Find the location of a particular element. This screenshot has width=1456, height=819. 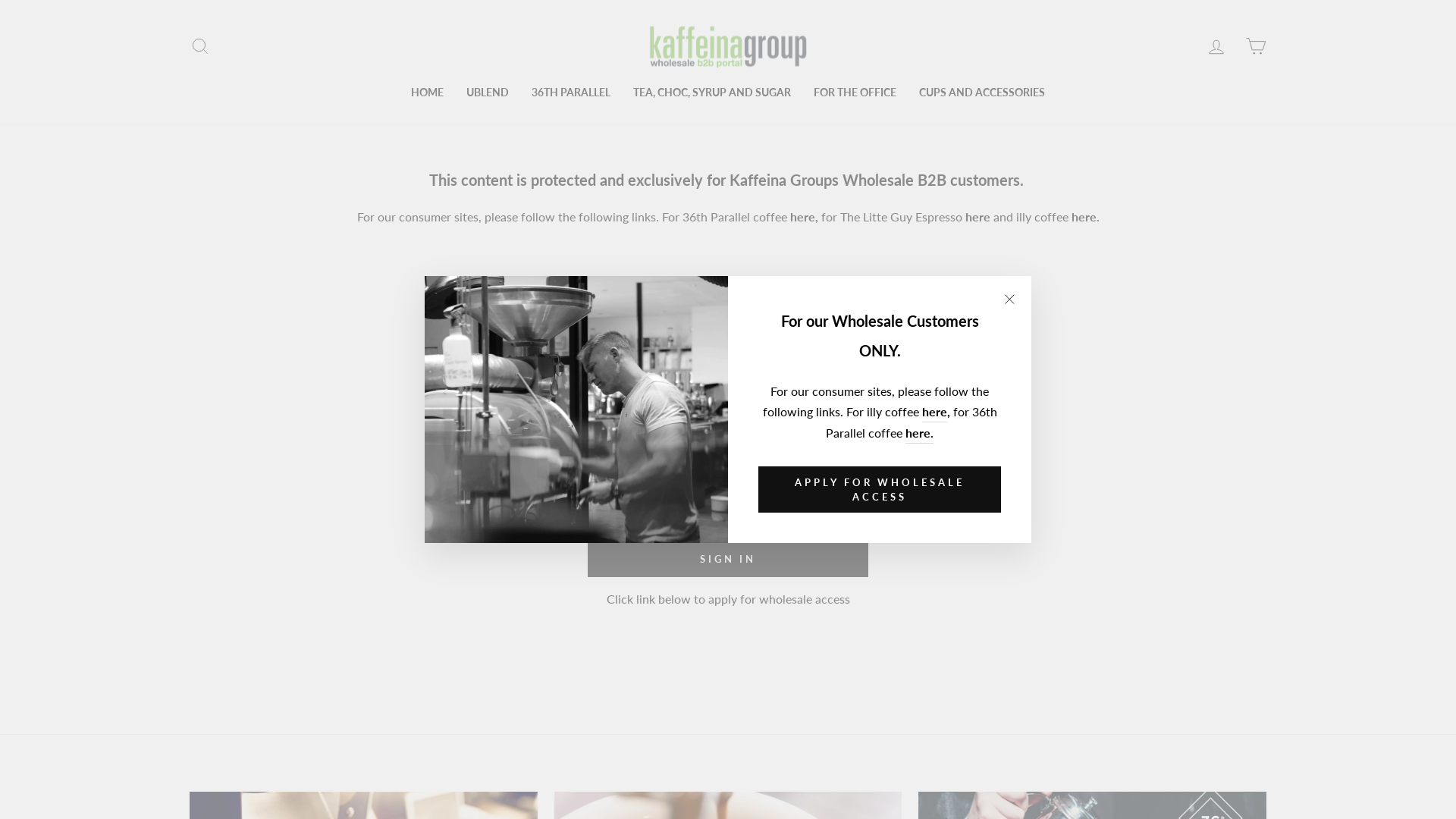

'36TH PARALLEL' is located at coordinates (570, 93).